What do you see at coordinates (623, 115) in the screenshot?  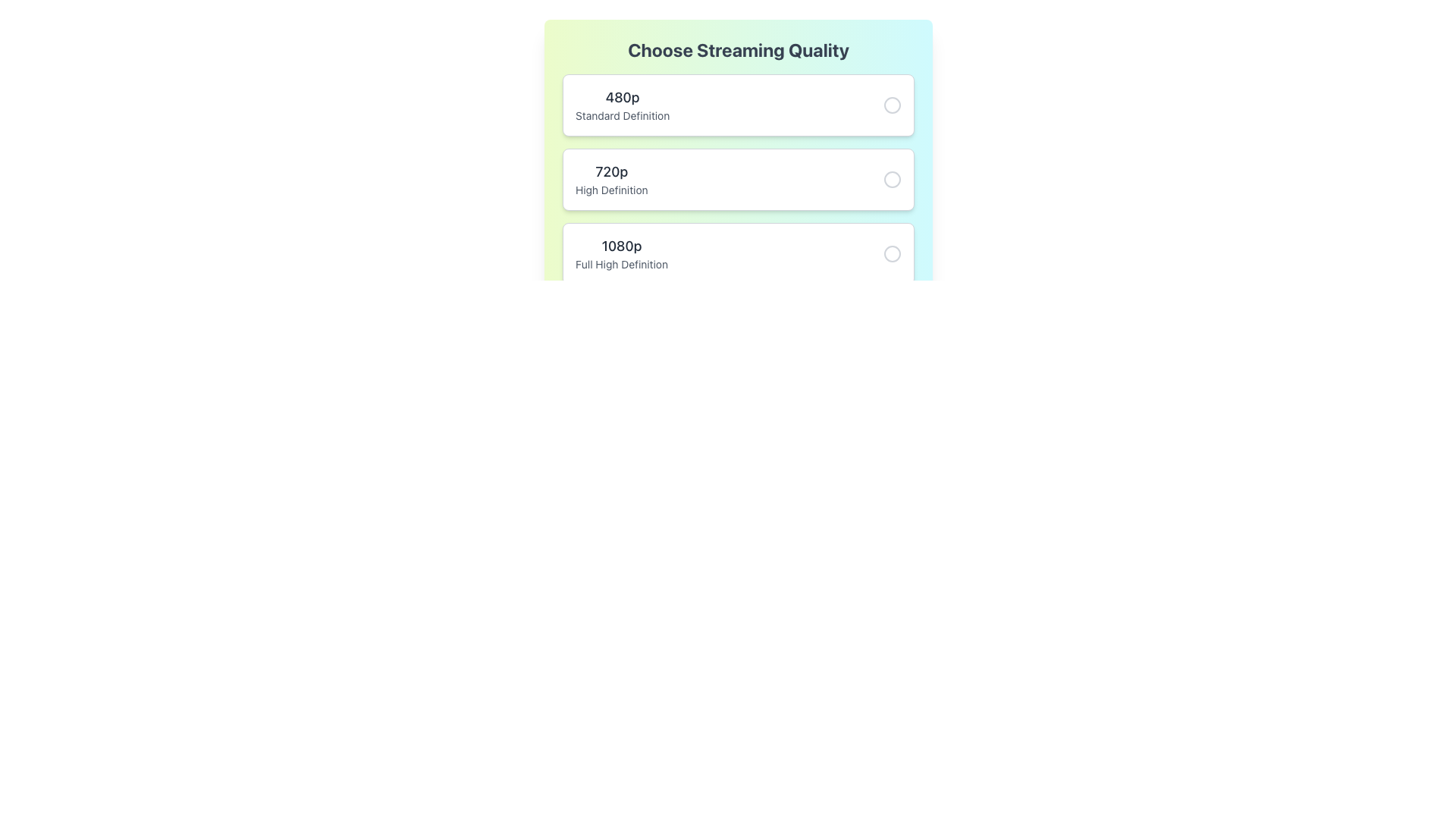 I see `descriptive text label located beneath the '480p' option in the topmost streaming quality card` at bounding box center [623, 115].